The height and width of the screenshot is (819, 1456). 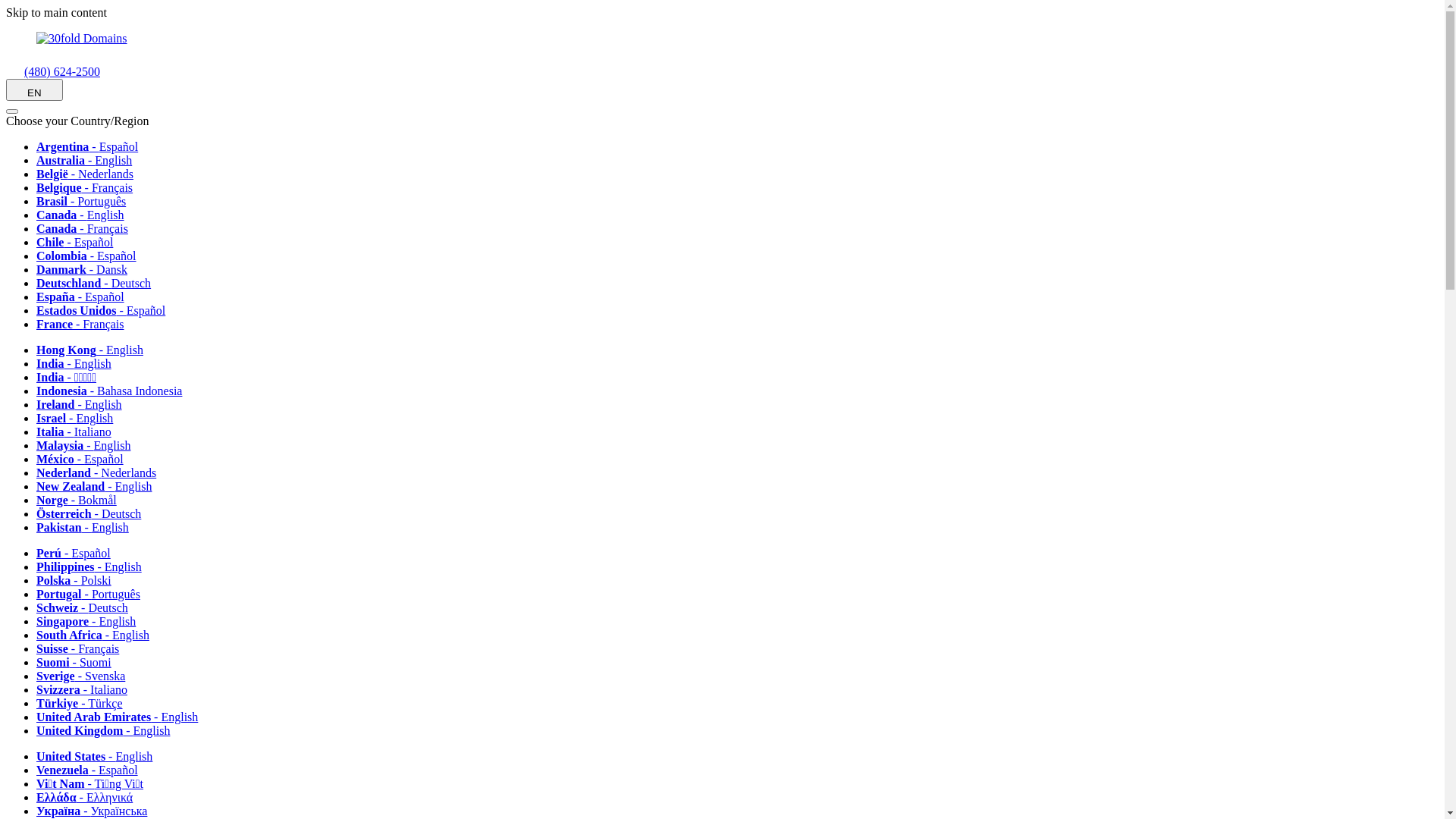 I want to click on 'Singapore - English', so click(x=90, y=621).